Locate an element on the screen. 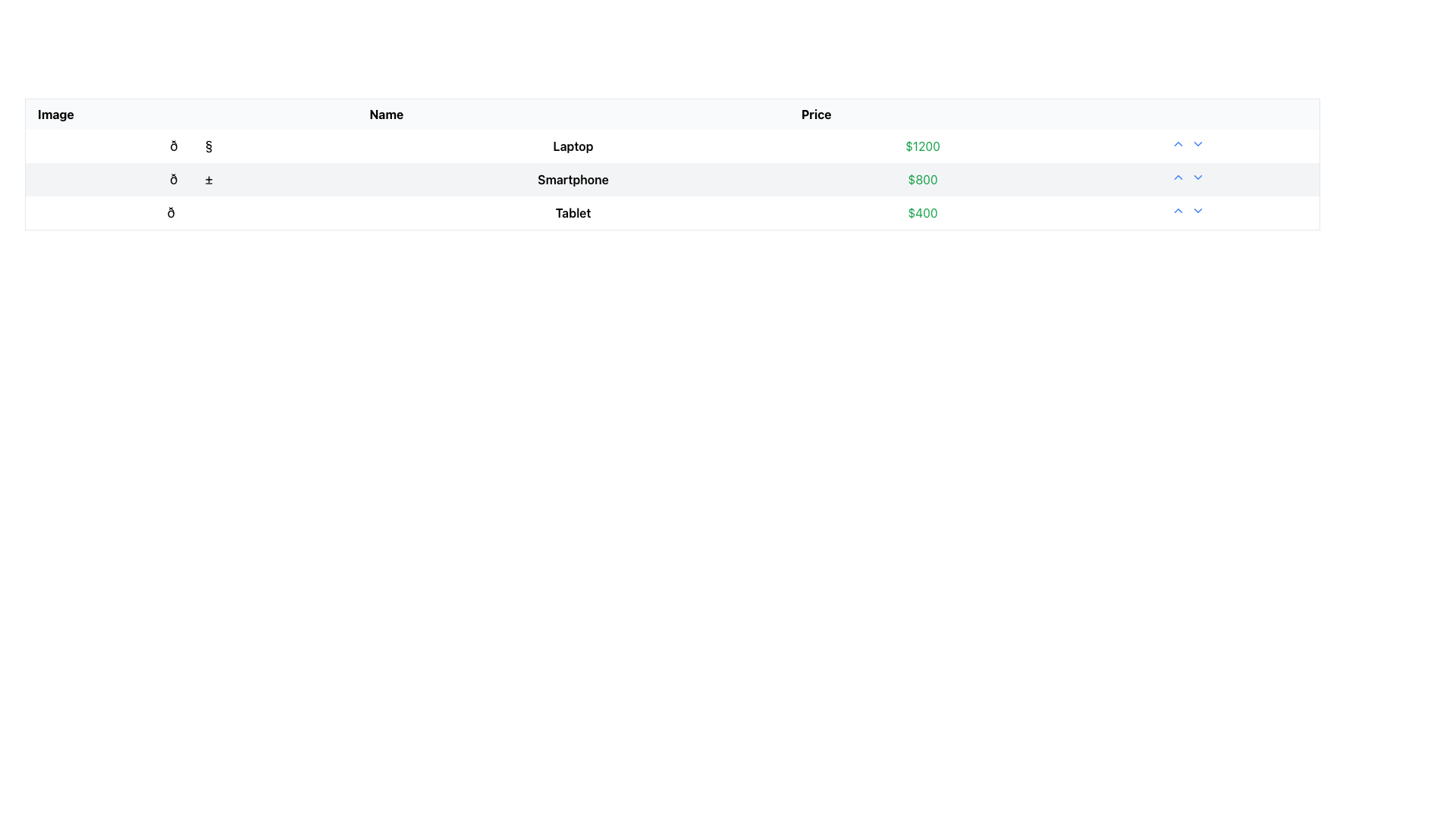 This screenshot has width=1456, height=819. the interactive button for increasing the count or performing an upvote action in the 'Price' column of the table, specifically for the third row associated with the item labeled 'Tablet' is located at coordinates (1177, 210).